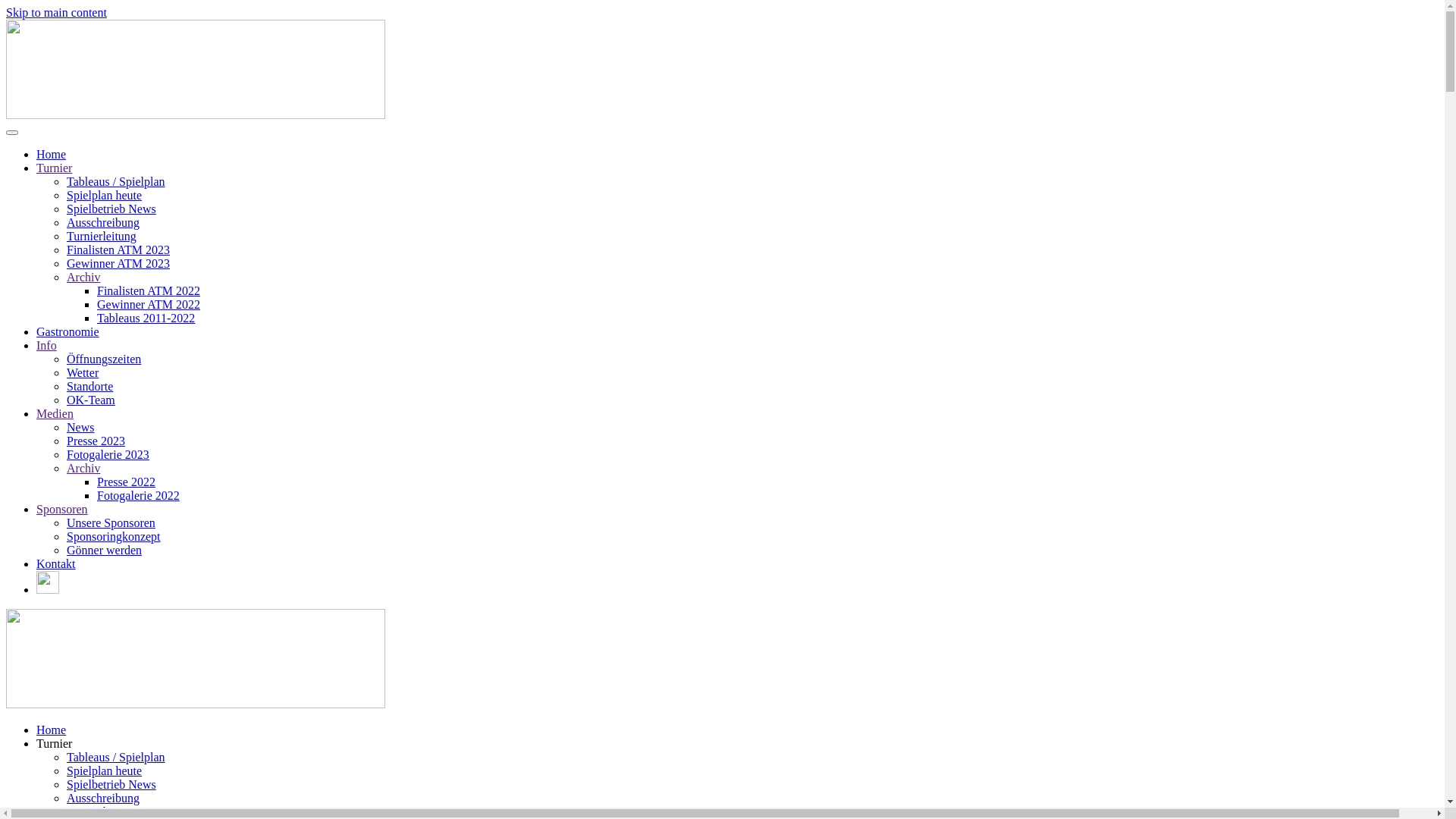 Image resolution: width=1456 pixels, height=819 pixels. I want to click on 'Skip to main content', so click(56, 12).